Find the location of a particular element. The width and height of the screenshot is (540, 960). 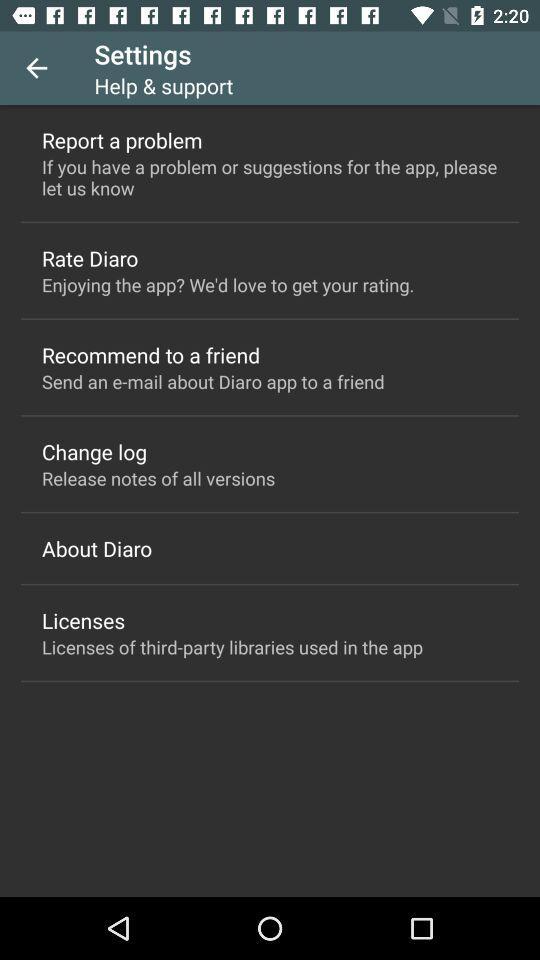

change log icon is located at coordinates (93, 451).